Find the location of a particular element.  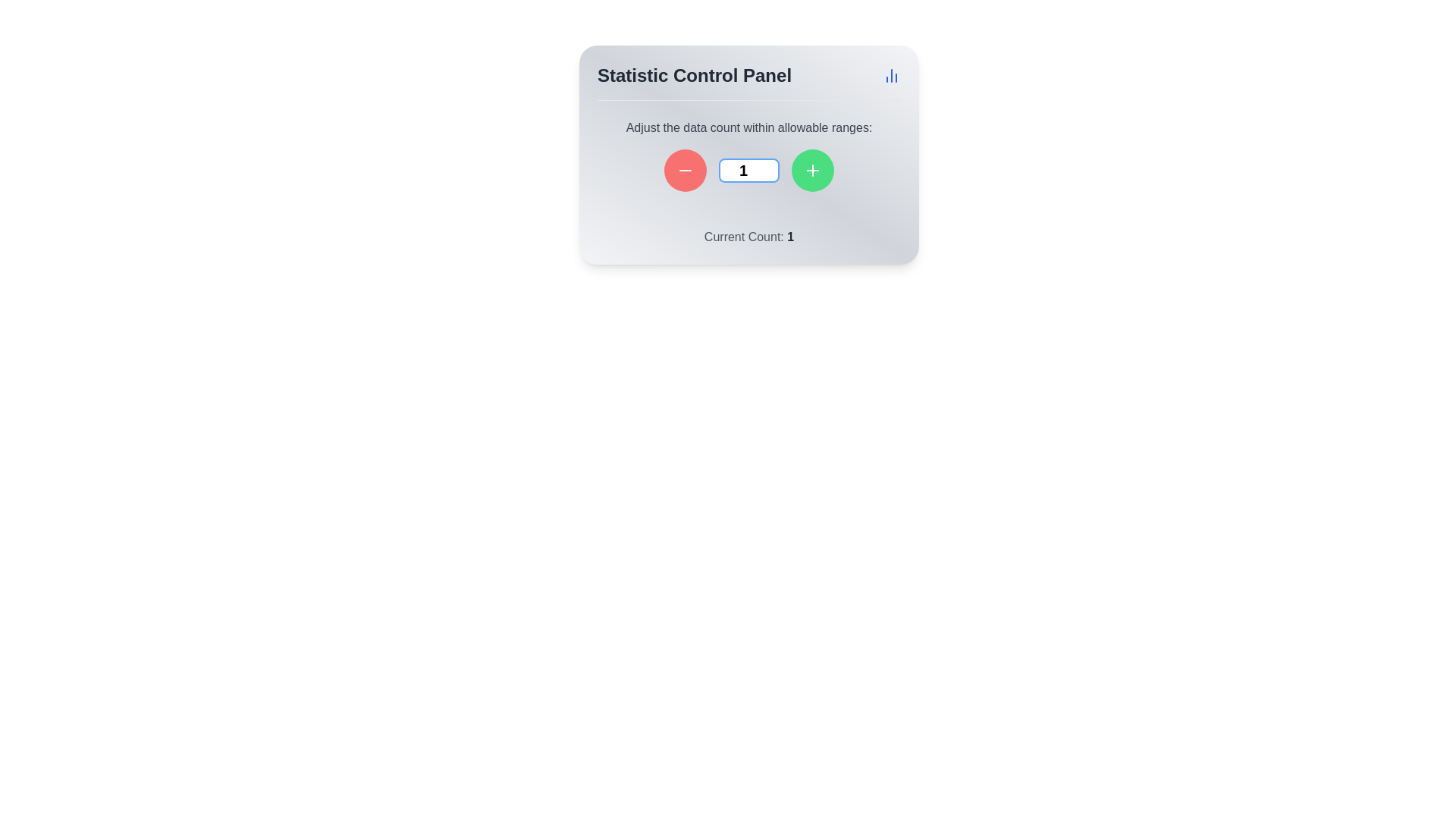

the 'Statistic Control Panel' header element located at the top left of the card component is located at coordinates (694, 76).